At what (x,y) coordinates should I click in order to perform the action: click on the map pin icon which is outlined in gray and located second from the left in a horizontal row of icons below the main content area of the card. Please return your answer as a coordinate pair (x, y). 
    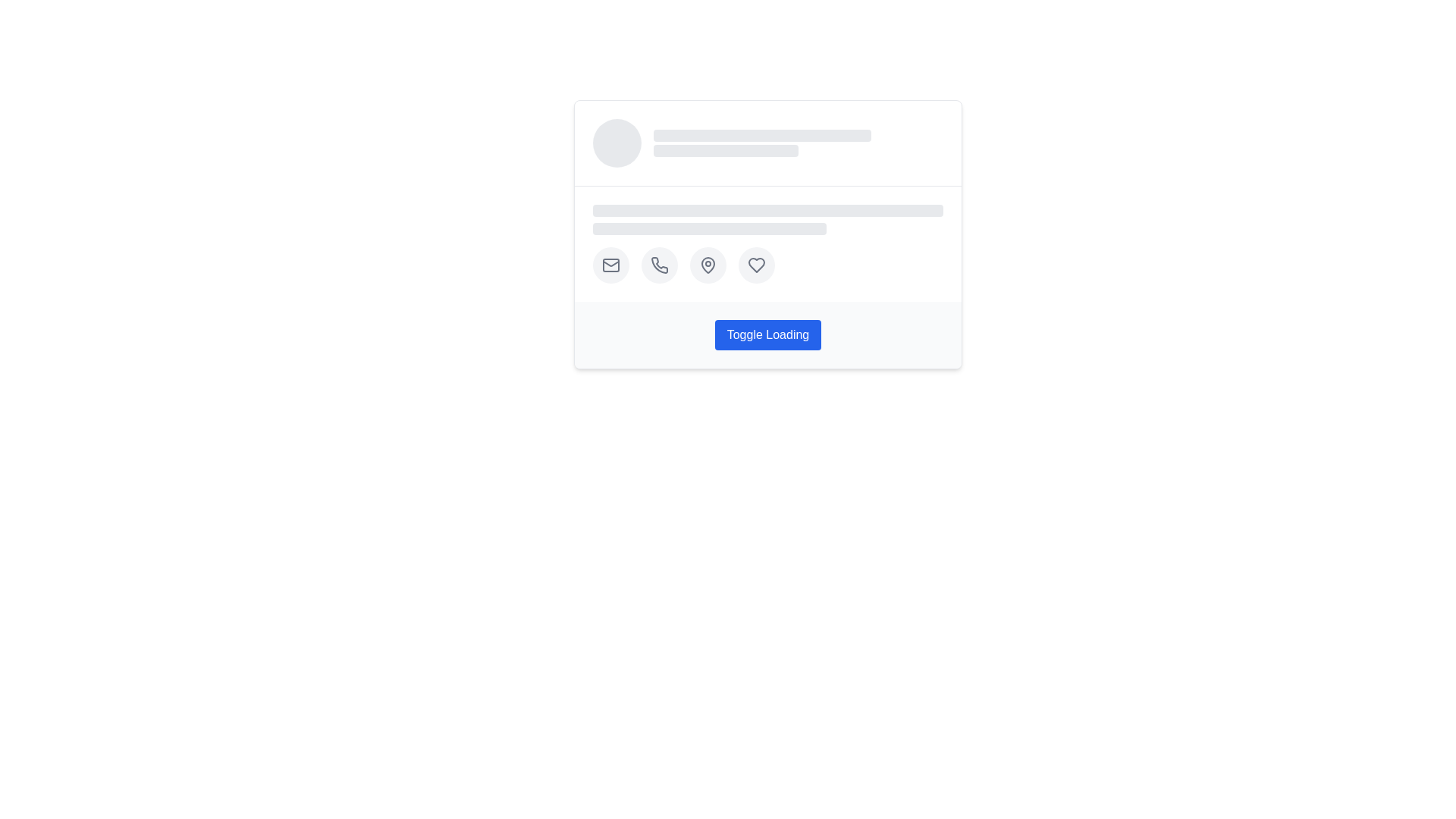
    Looking at the image, I should click on (708, 263).